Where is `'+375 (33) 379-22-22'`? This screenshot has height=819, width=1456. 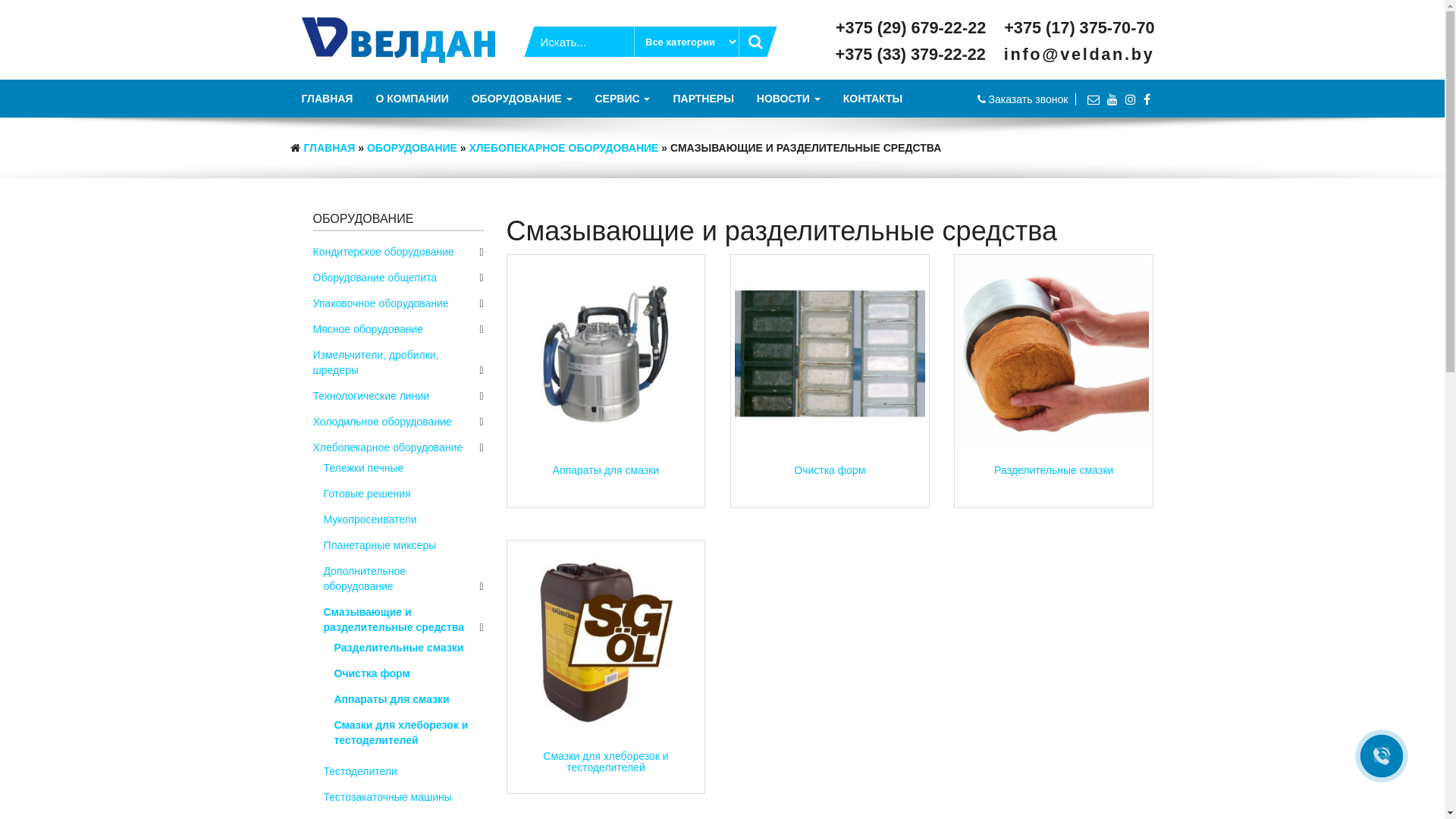 '+375 (33) 379-22-22' is located at coordinates (913, 53).